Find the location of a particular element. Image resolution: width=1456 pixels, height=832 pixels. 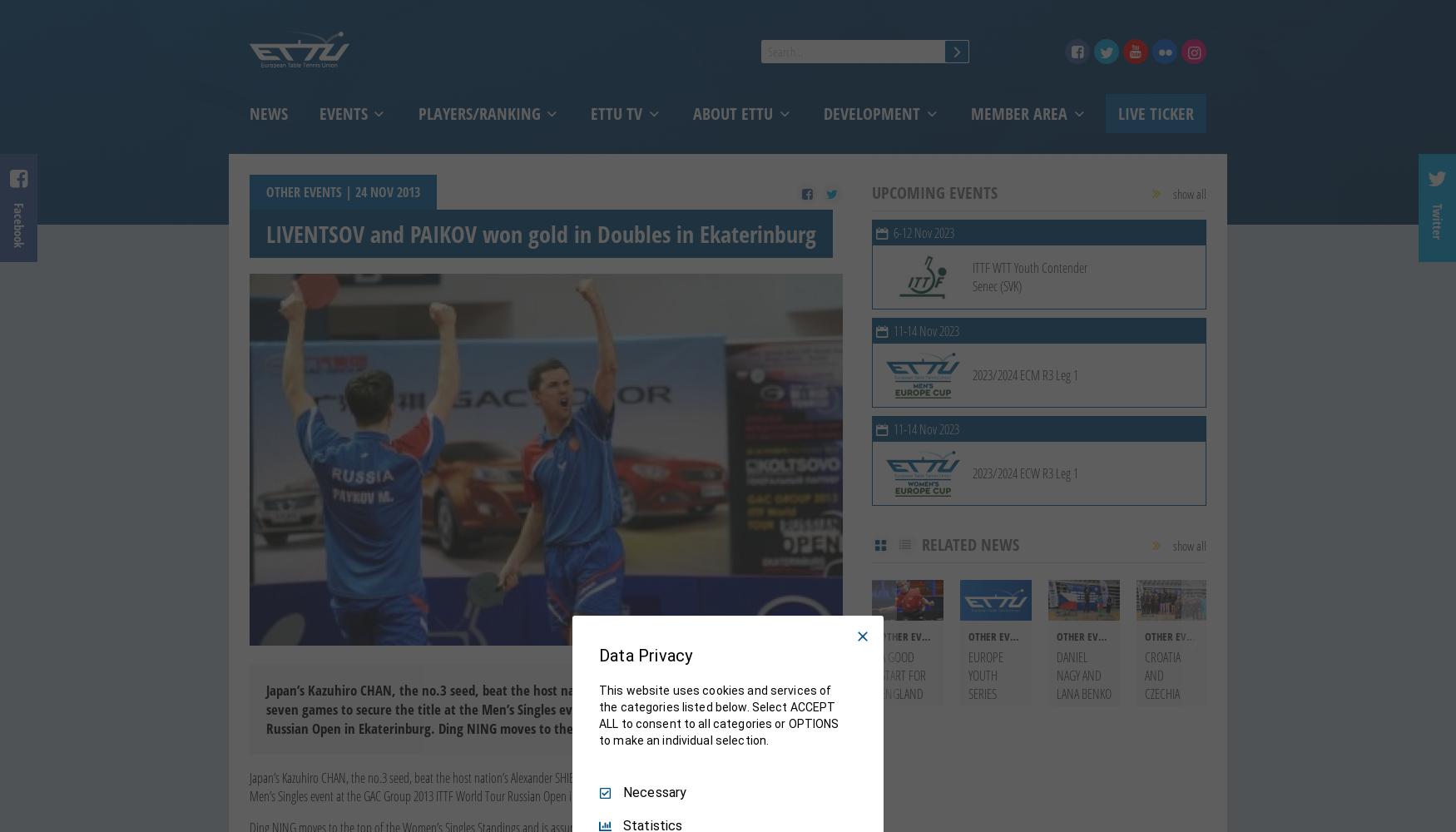

'Upcoming Events' is located at coordinates (870, 191).